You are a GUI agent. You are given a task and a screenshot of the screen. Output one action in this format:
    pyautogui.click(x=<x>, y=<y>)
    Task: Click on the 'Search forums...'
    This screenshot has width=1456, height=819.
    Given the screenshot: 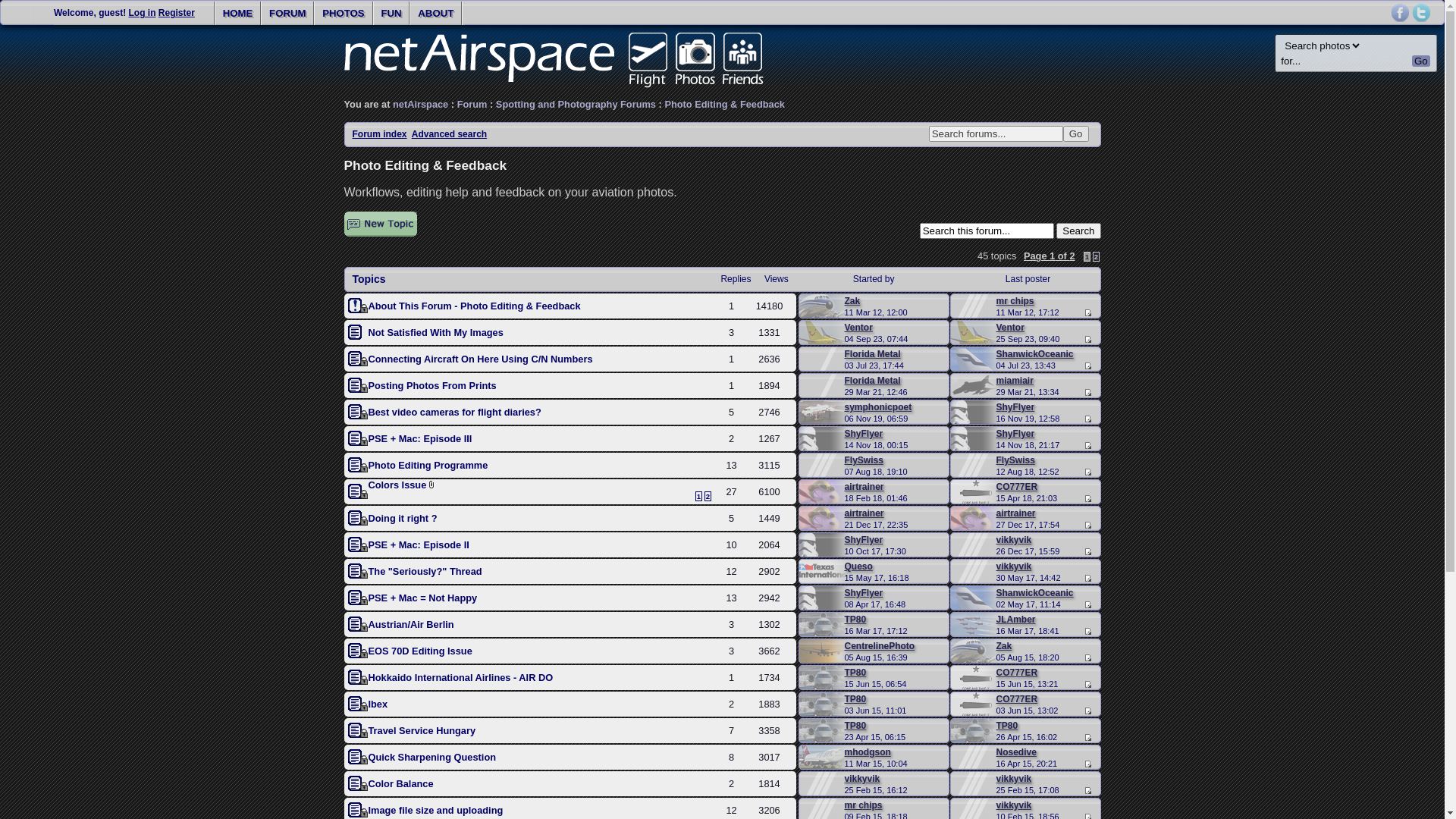 What is the action you would take?
    pyautogui.click(x=996, y=133)
    